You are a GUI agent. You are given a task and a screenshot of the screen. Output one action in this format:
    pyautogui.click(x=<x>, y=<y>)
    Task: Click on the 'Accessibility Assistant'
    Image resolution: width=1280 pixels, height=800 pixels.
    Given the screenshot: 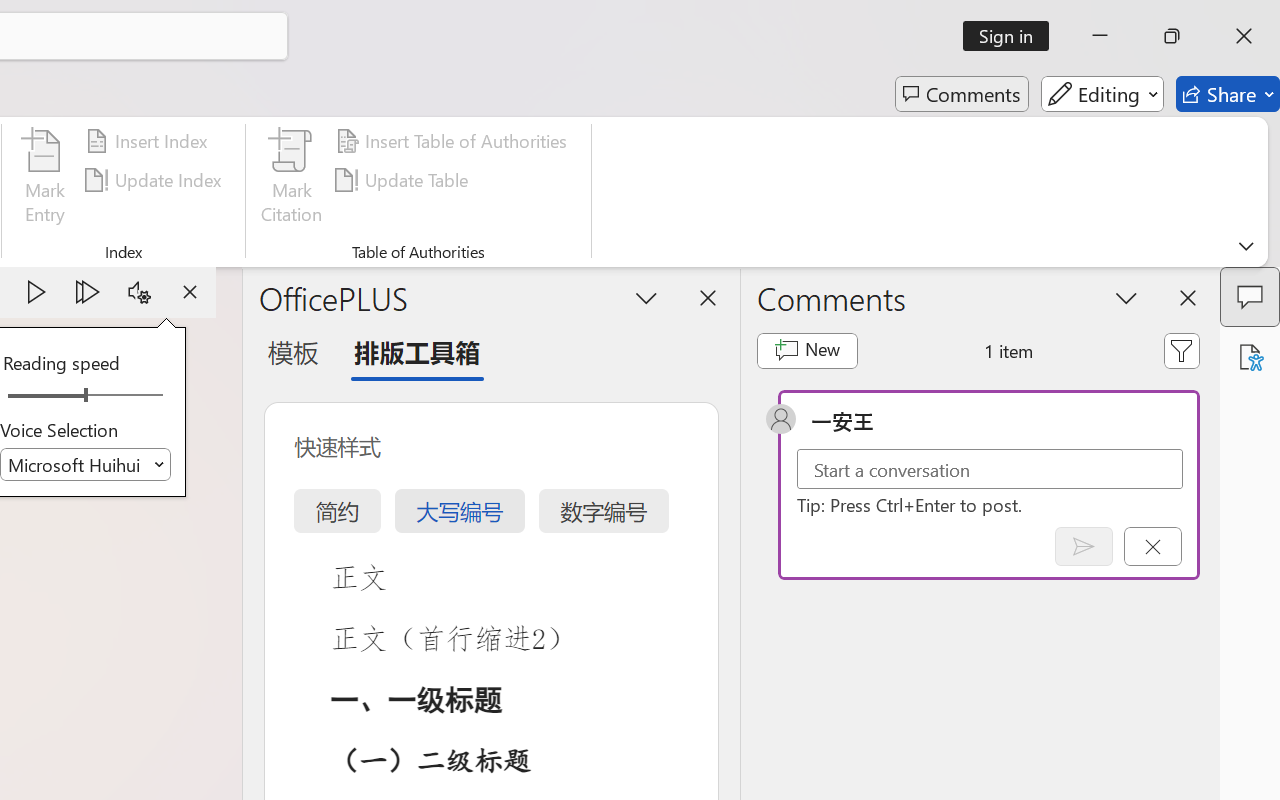 What is the action you would take?
    pyautogui.click(x=1248, y=357)
    